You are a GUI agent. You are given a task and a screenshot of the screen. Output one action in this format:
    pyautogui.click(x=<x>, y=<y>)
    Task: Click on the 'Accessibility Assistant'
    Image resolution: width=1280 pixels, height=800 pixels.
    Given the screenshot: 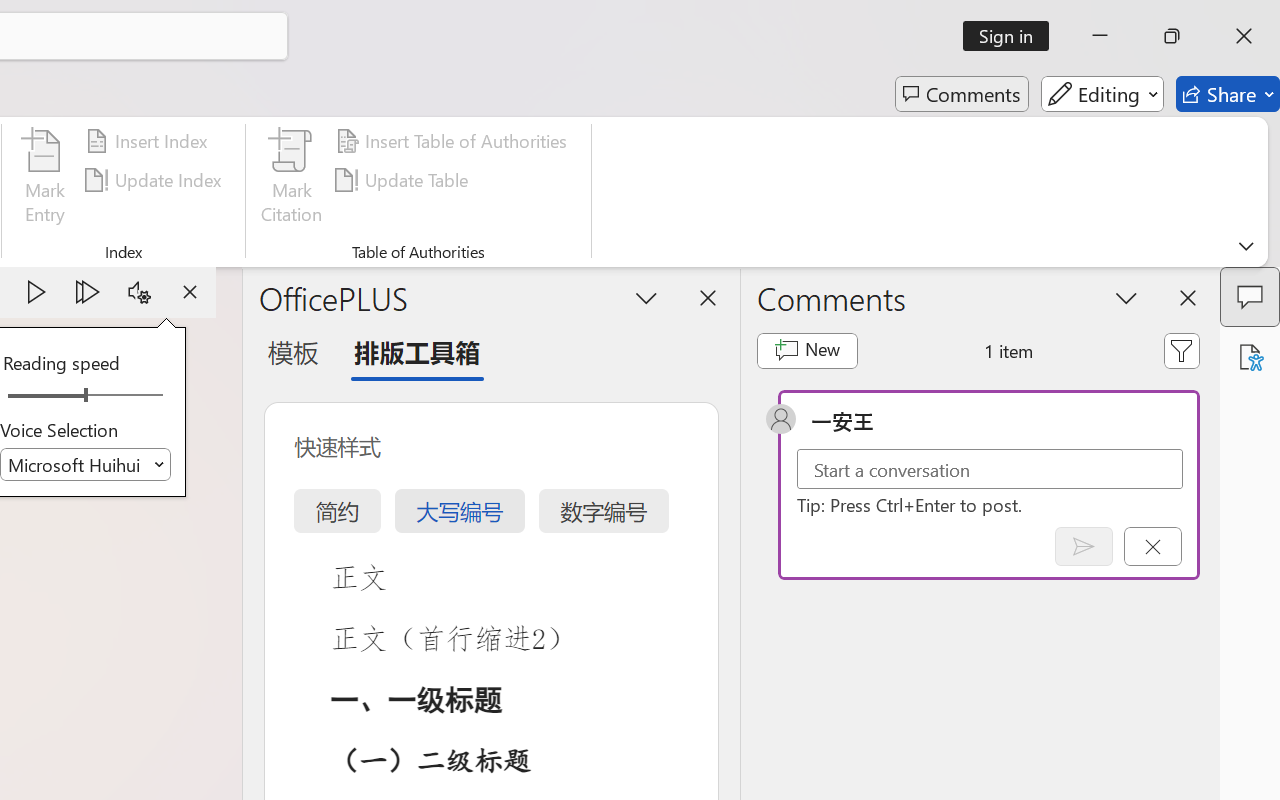 What is the action you would take?
    pyautogui.click(x=1248, y=357)
    